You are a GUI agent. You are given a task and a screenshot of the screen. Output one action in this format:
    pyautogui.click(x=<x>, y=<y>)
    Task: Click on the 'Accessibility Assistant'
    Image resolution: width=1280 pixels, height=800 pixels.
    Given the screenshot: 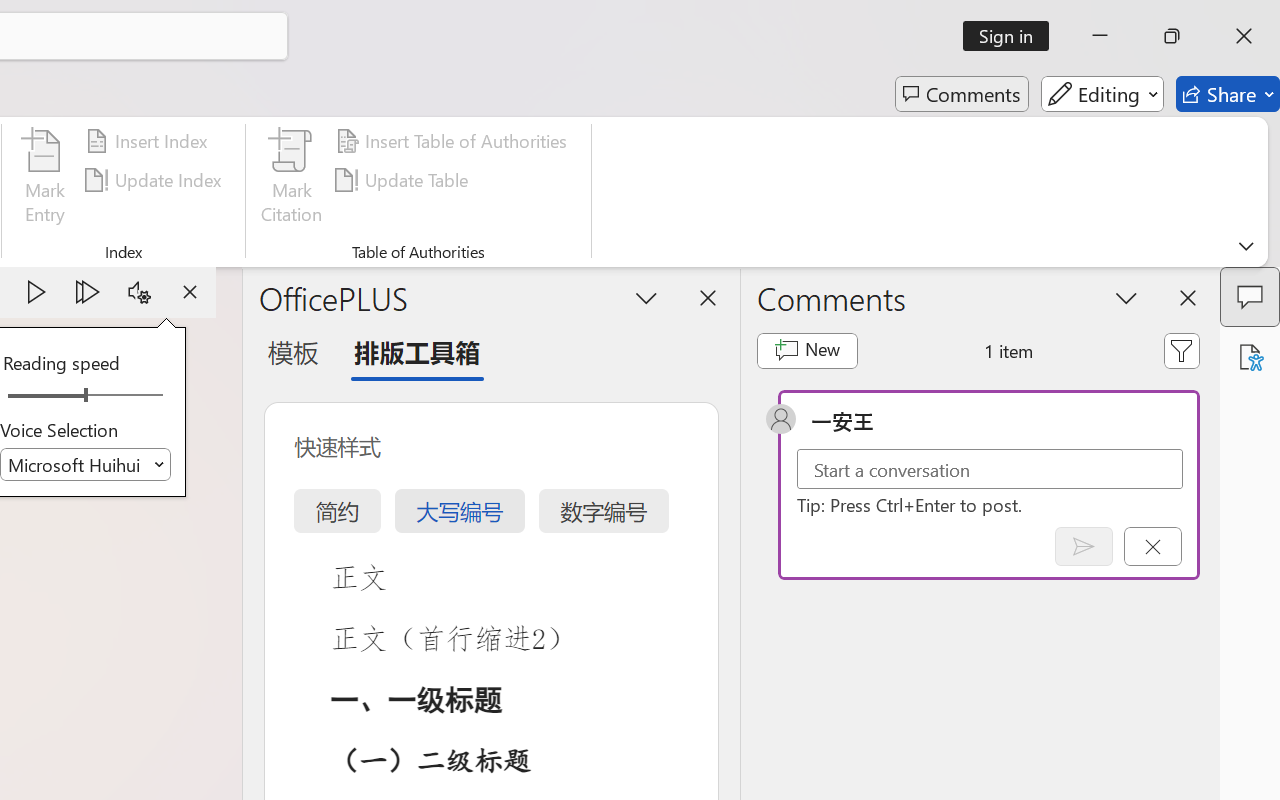 What is the action you would take?
    pyautogui.click(x=1248, y=357)
    